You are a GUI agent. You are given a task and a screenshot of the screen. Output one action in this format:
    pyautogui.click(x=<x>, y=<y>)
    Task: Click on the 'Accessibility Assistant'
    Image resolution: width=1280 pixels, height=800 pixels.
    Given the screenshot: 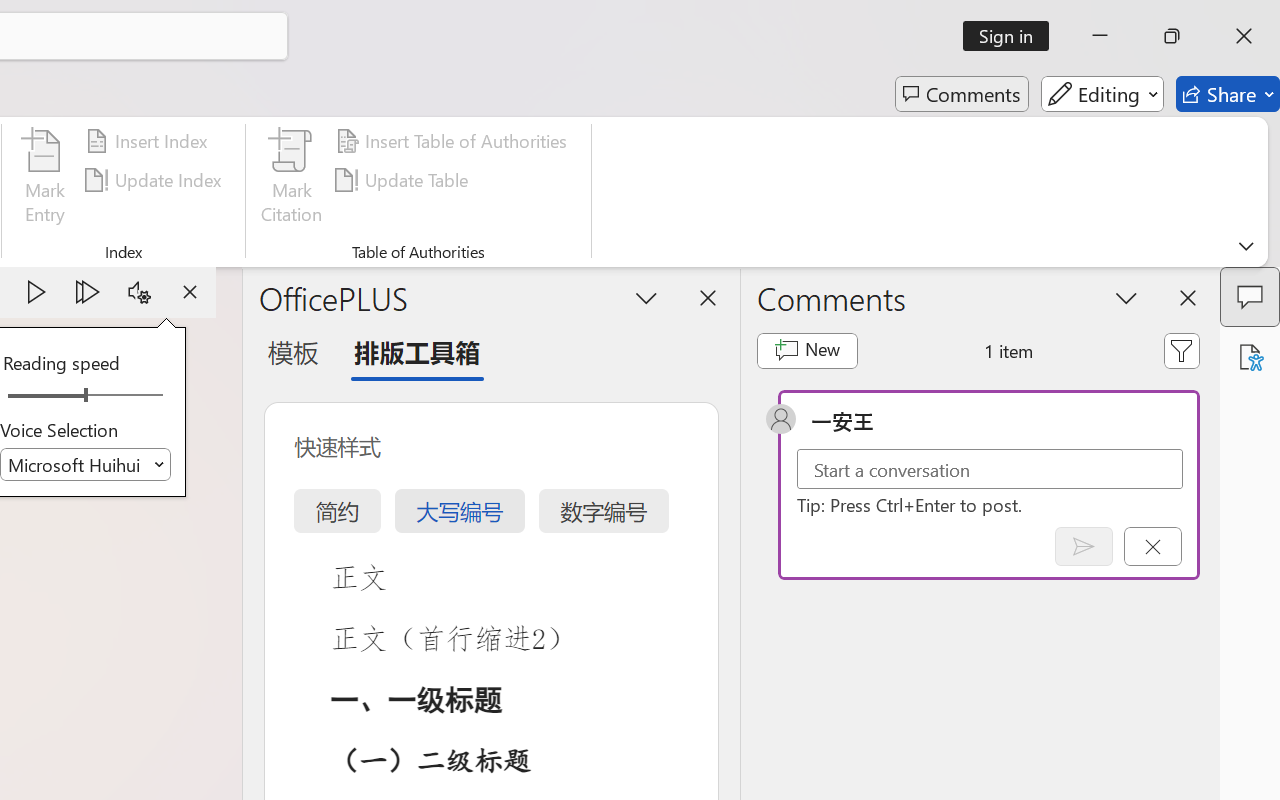 What is the action you would take?
    pyautogui.click(x=1248, y=357)
    